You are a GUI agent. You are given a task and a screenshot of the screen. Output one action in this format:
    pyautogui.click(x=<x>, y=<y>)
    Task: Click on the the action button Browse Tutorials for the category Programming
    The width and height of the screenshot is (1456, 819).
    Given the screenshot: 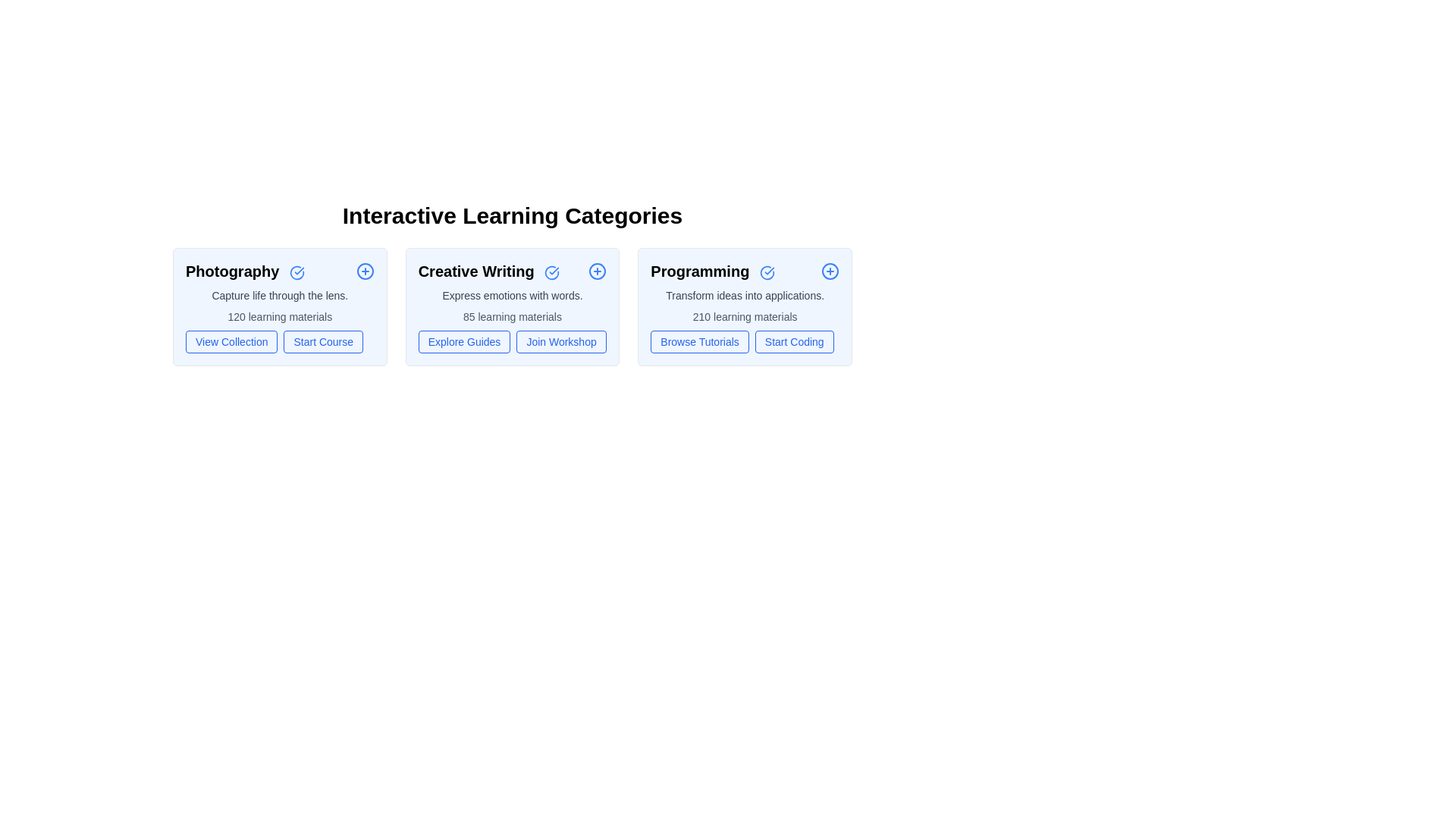 What is the action you would take?
    pyautogui.click(x=699, y=342)
    